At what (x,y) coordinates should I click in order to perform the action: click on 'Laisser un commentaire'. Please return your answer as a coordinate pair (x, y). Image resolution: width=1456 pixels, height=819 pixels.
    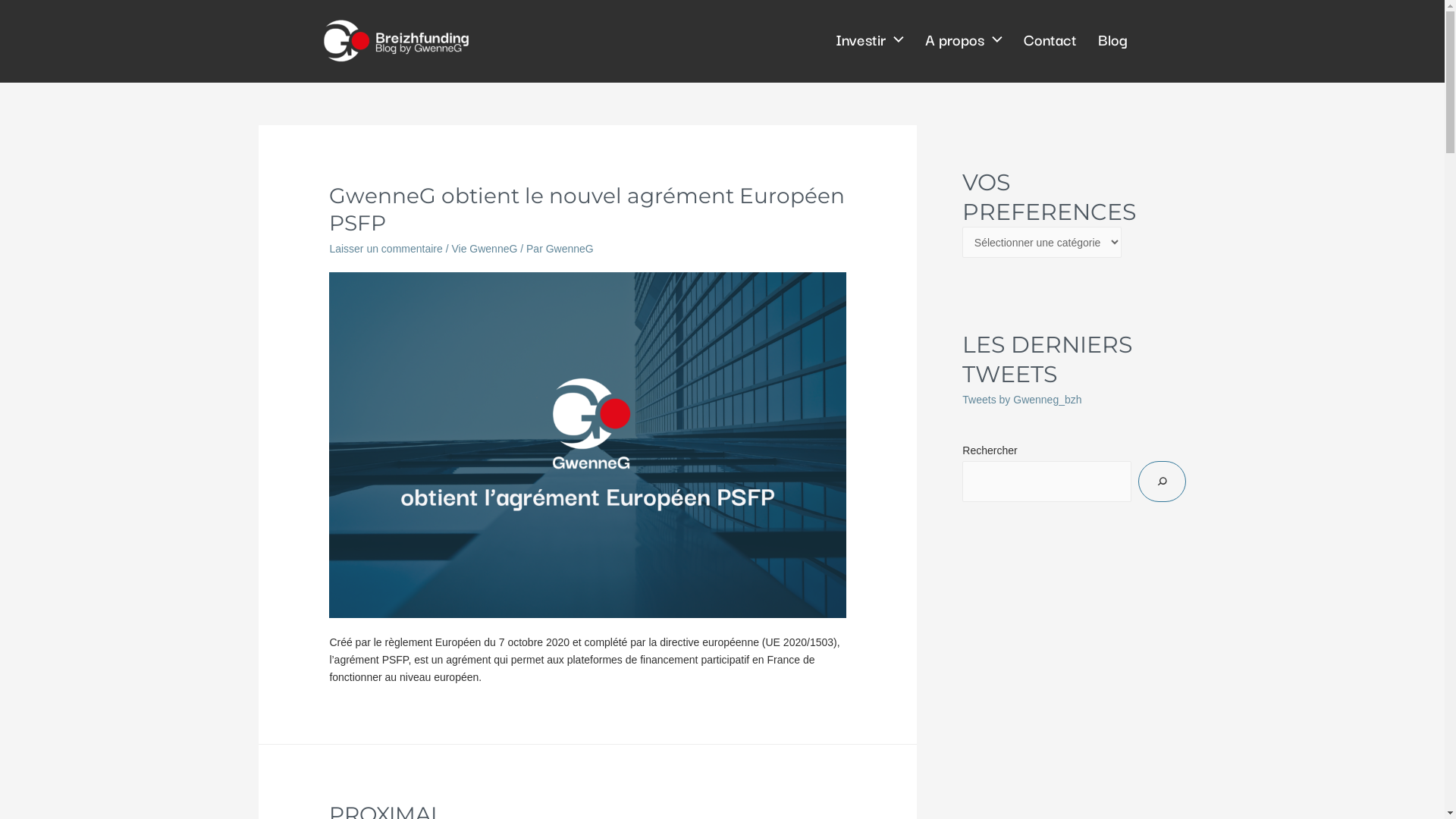
    Looking at the image, I should click on (385, 247).